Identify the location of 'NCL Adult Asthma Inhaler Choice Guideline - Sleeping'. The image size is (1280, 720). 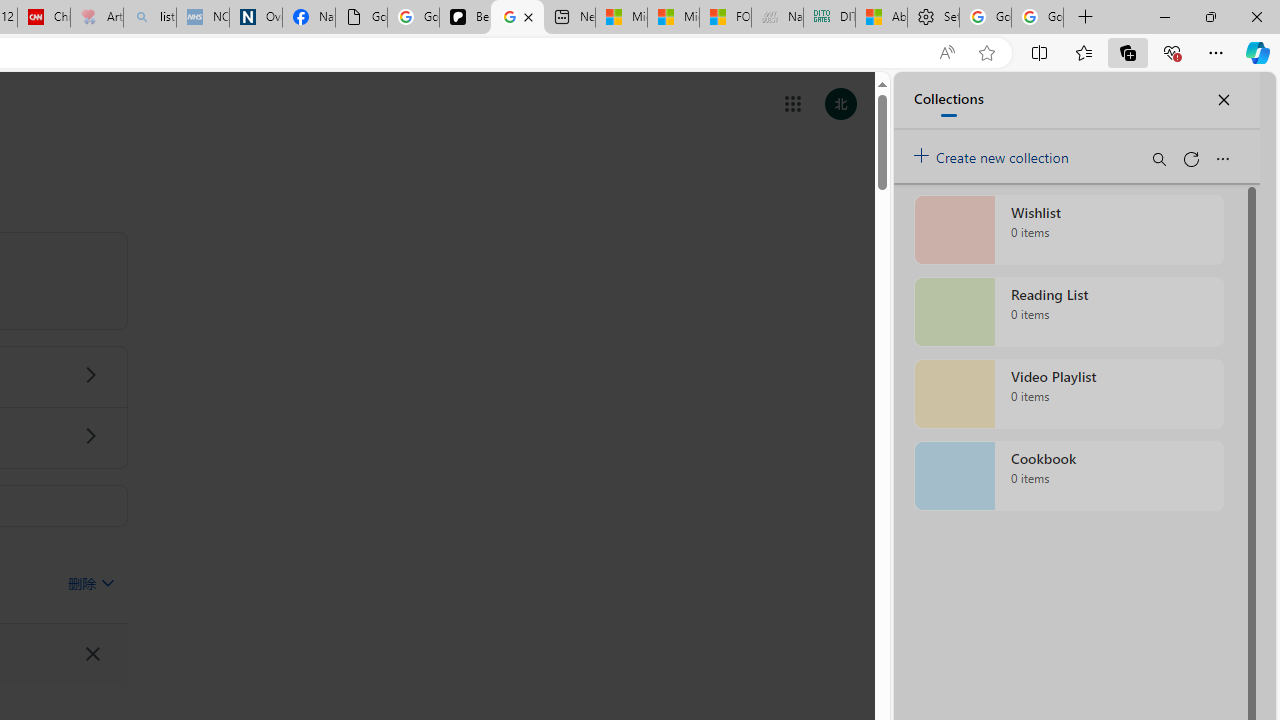
(202, 17).